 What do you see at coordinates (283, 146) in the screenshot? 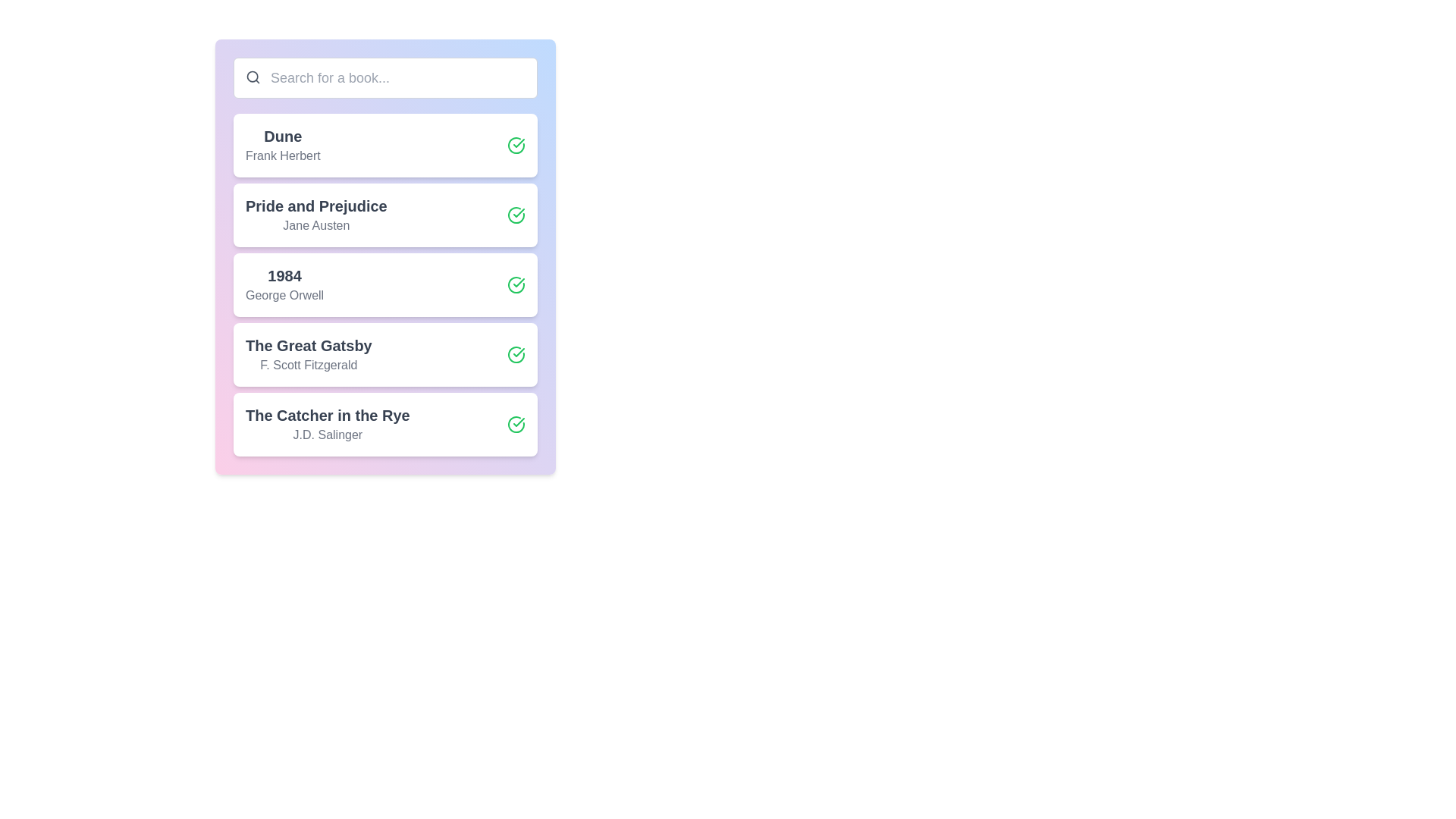
I see `the Text Display element that shows the title 'Dune' and the author's name 'Frank Herbert', located in the first item of the book list` at bounding box center [283, 146].